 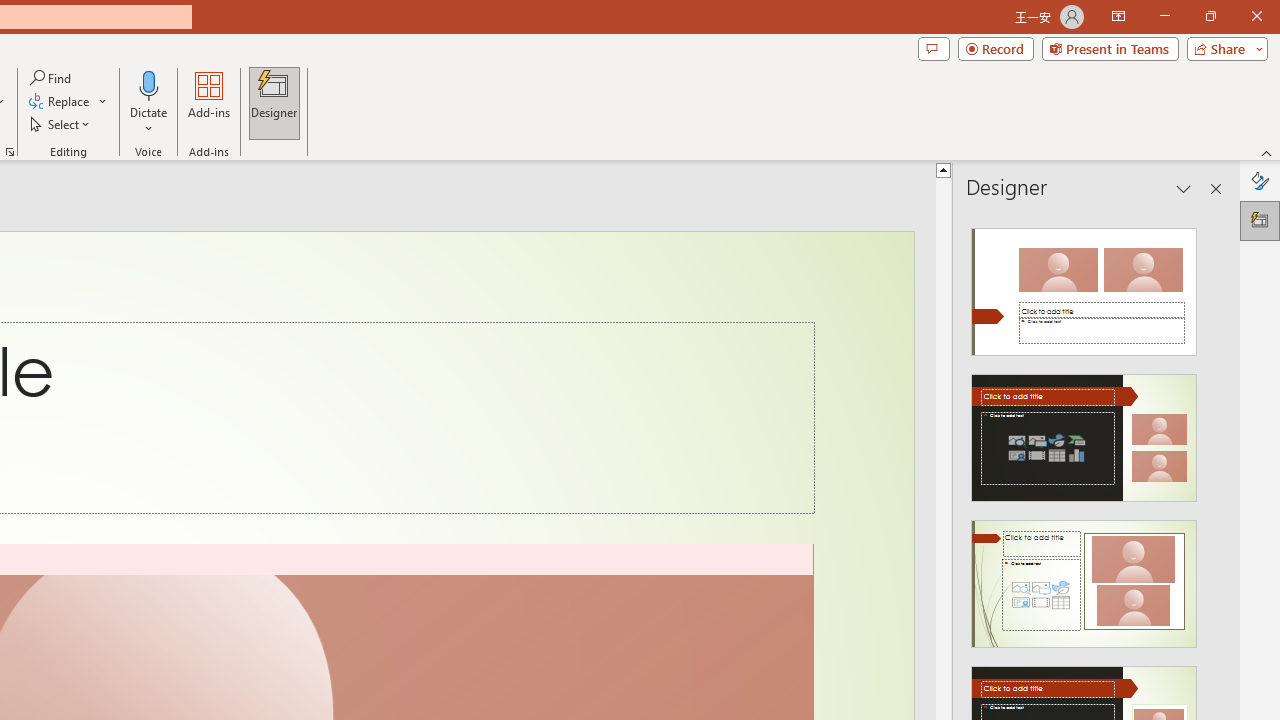 What do you see at coordinates (932, 47) in the screenshot?
I see `'Comments'` at bounding box center [932, 47].